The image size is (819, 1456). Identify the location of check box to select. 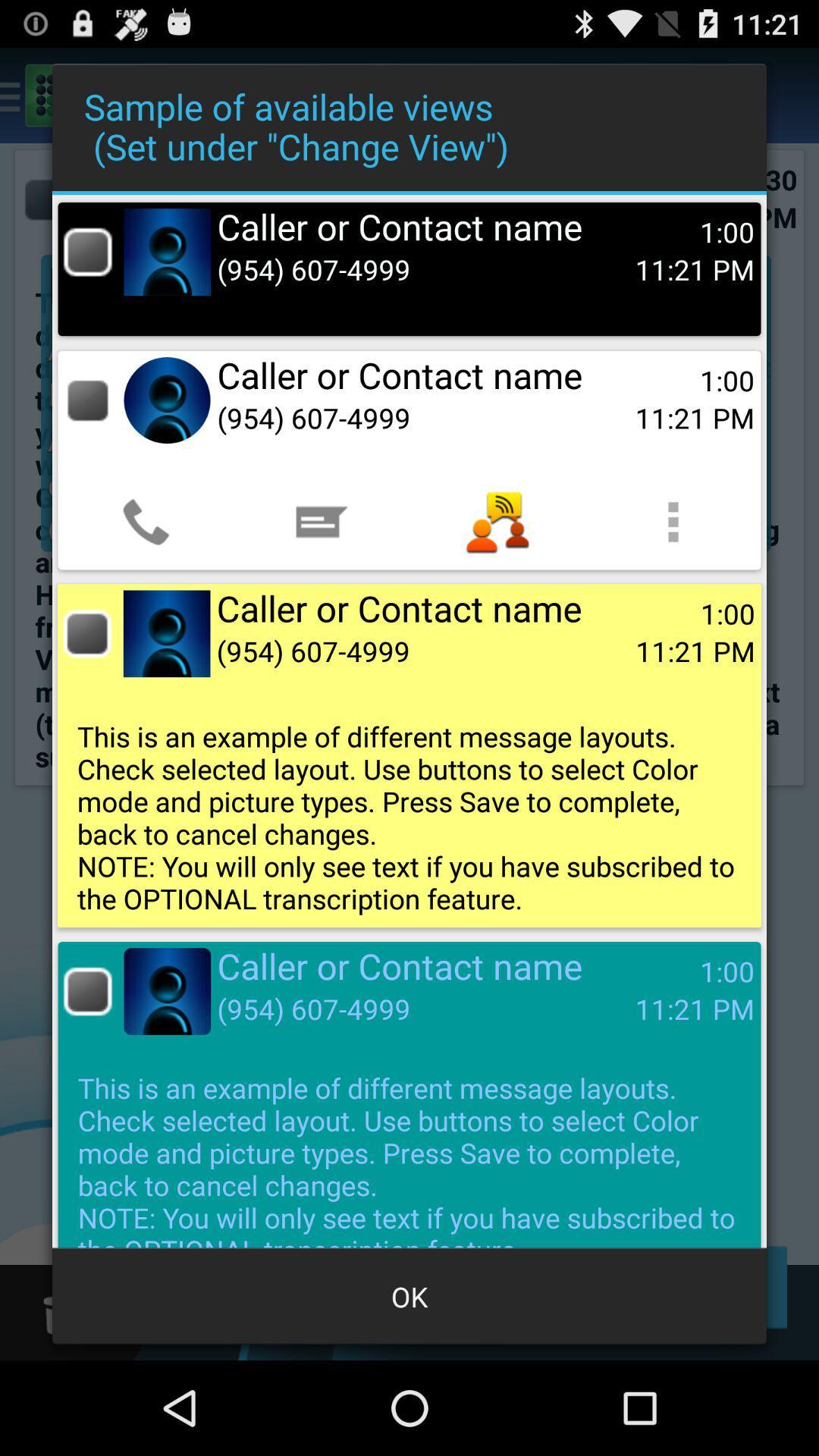
(87, 633).